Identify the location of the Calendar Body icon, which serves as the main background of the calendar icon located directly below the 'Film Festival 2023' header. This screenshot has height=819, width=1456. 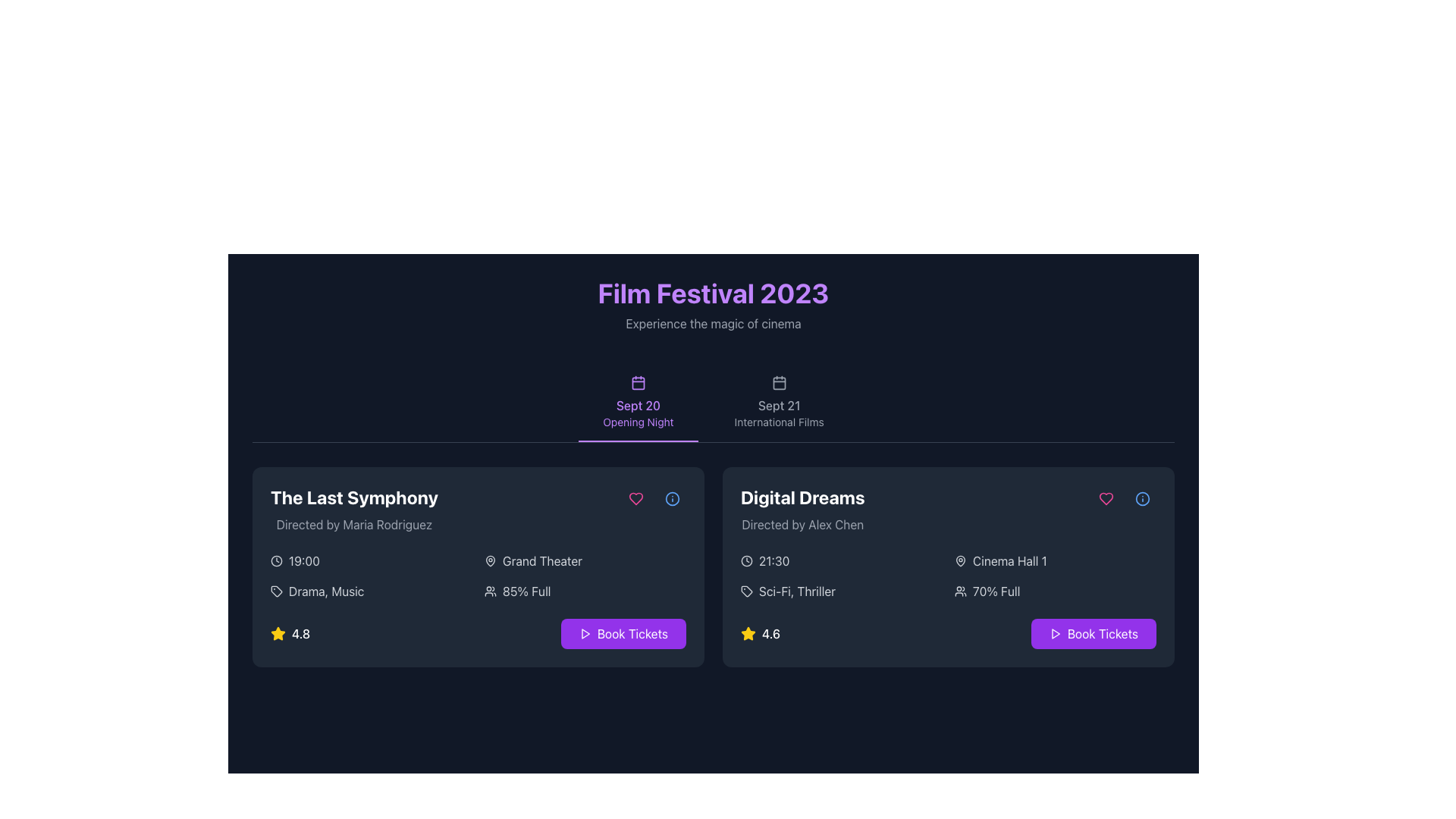
(779, 382).